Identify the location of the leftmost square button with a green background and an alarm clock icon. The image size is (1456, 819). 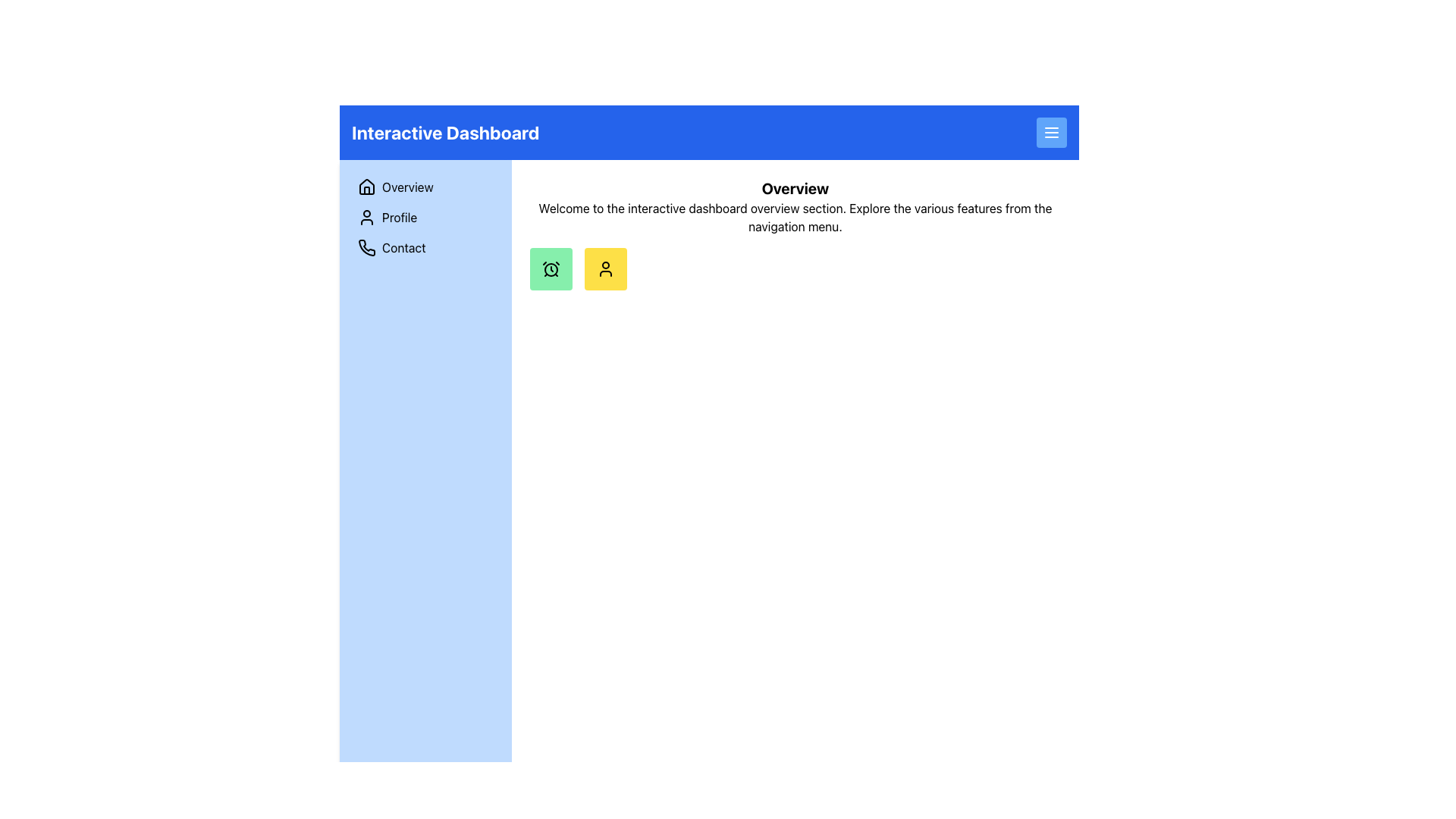
(550, 268).